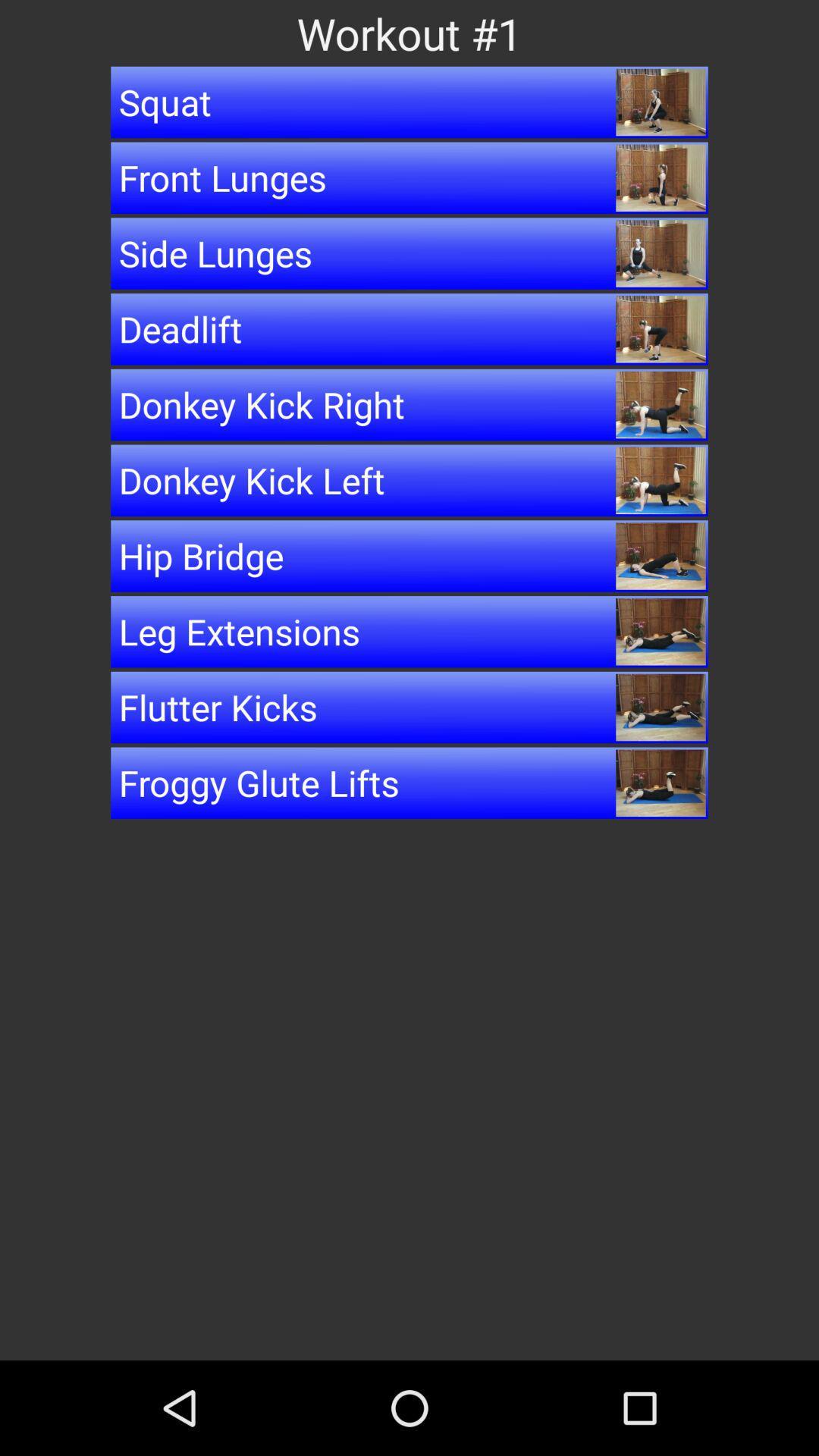 This screenshot has height=1456, width=819. Describe the element at coordinates (409, 253) in the screenshot. I see `side lunges icon` at that location.